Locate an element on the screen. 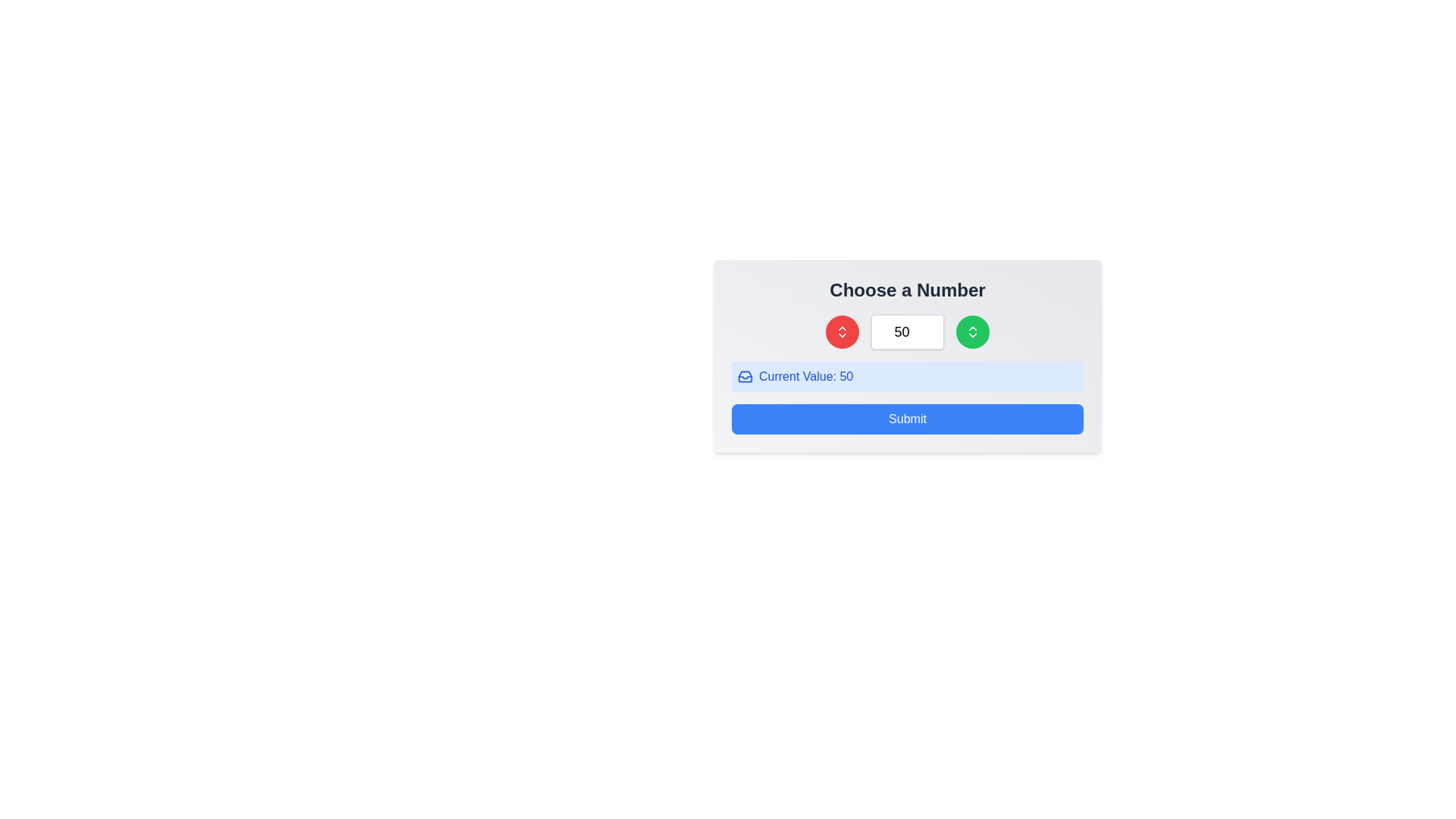  the Text Label that displays the current numerical value selected by the user, located below the number adjustment controls labeled 'Choose a Number', to the right of an inbox symbol within a light blue, rounded box is located at coordinates (805, 376).